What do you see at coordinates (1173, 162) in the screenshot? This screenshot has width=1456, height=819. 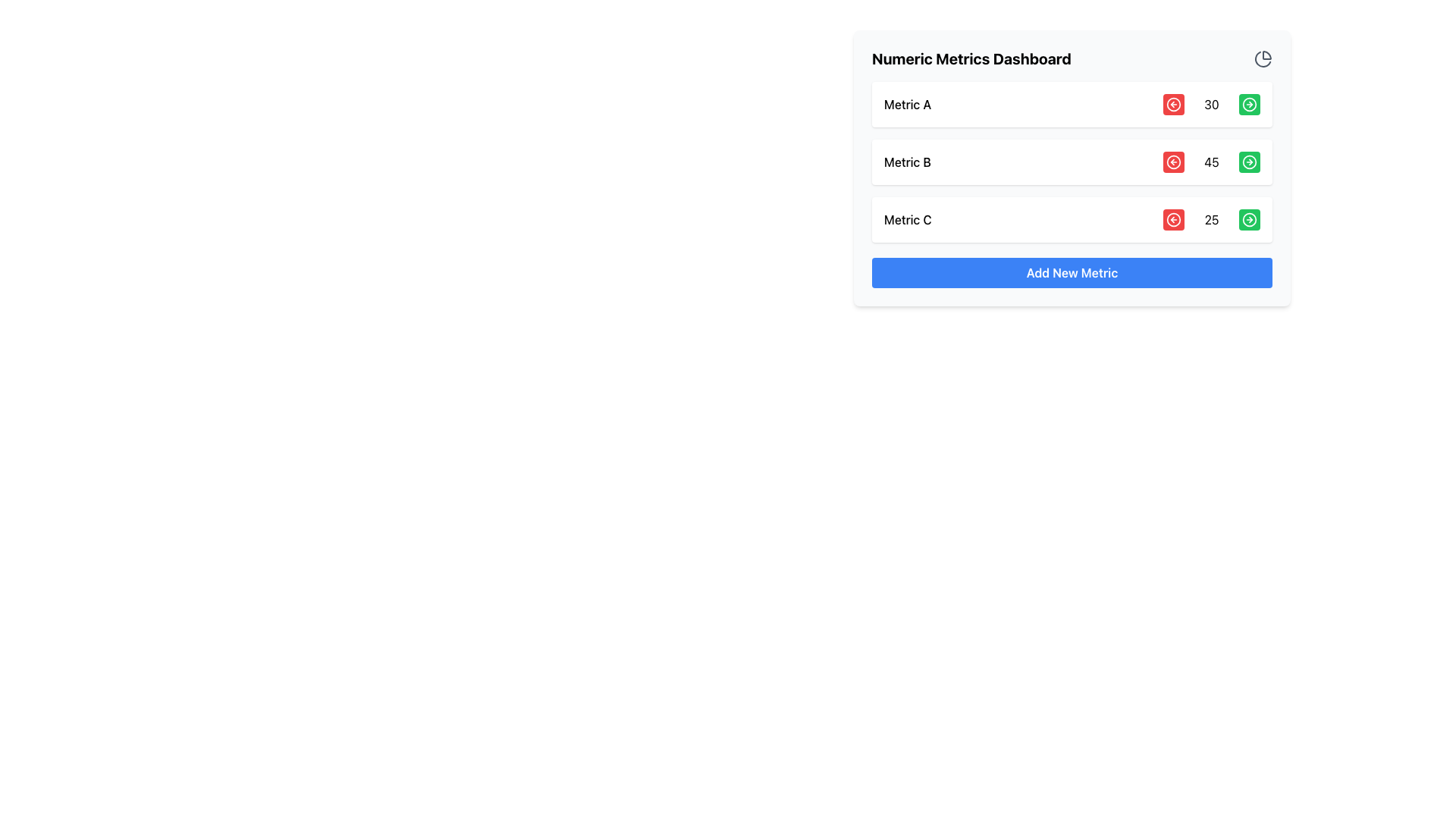 I see `the circular red button with a white outlined left arrow, located on the second row to the left of the number '45'` at bounding box center [1173, 162].